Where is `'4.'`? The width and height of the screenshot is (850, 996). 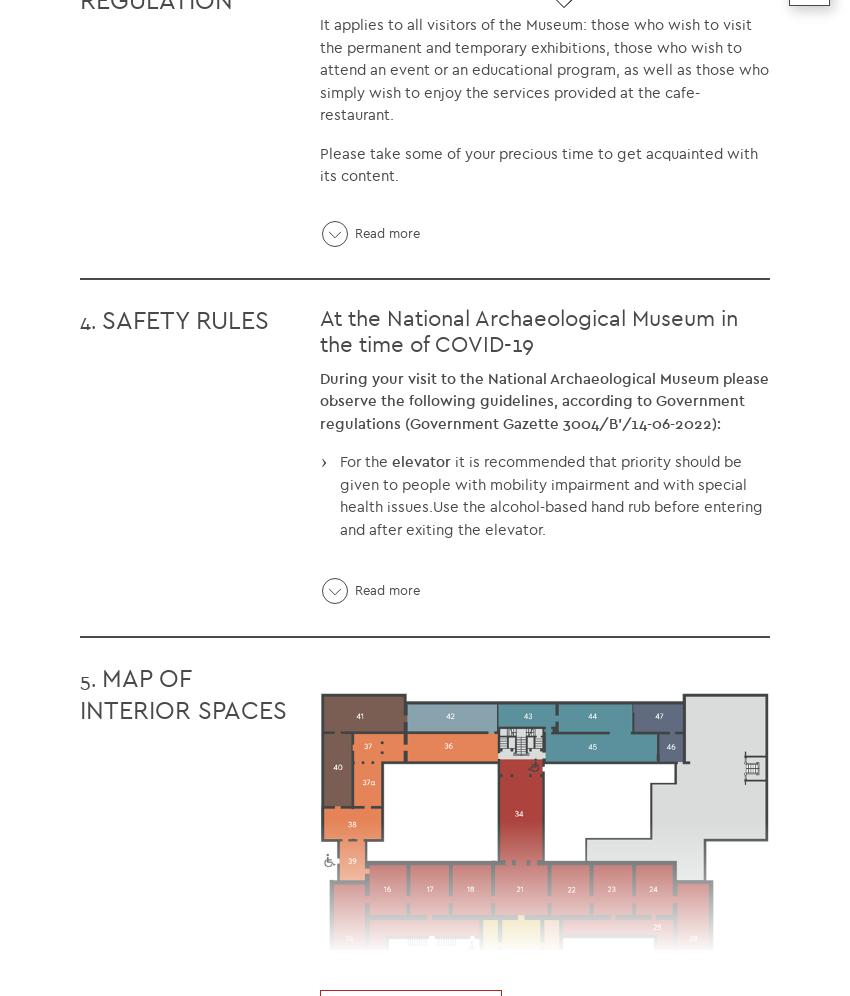 '4.' is located at coordinates (90, 320).